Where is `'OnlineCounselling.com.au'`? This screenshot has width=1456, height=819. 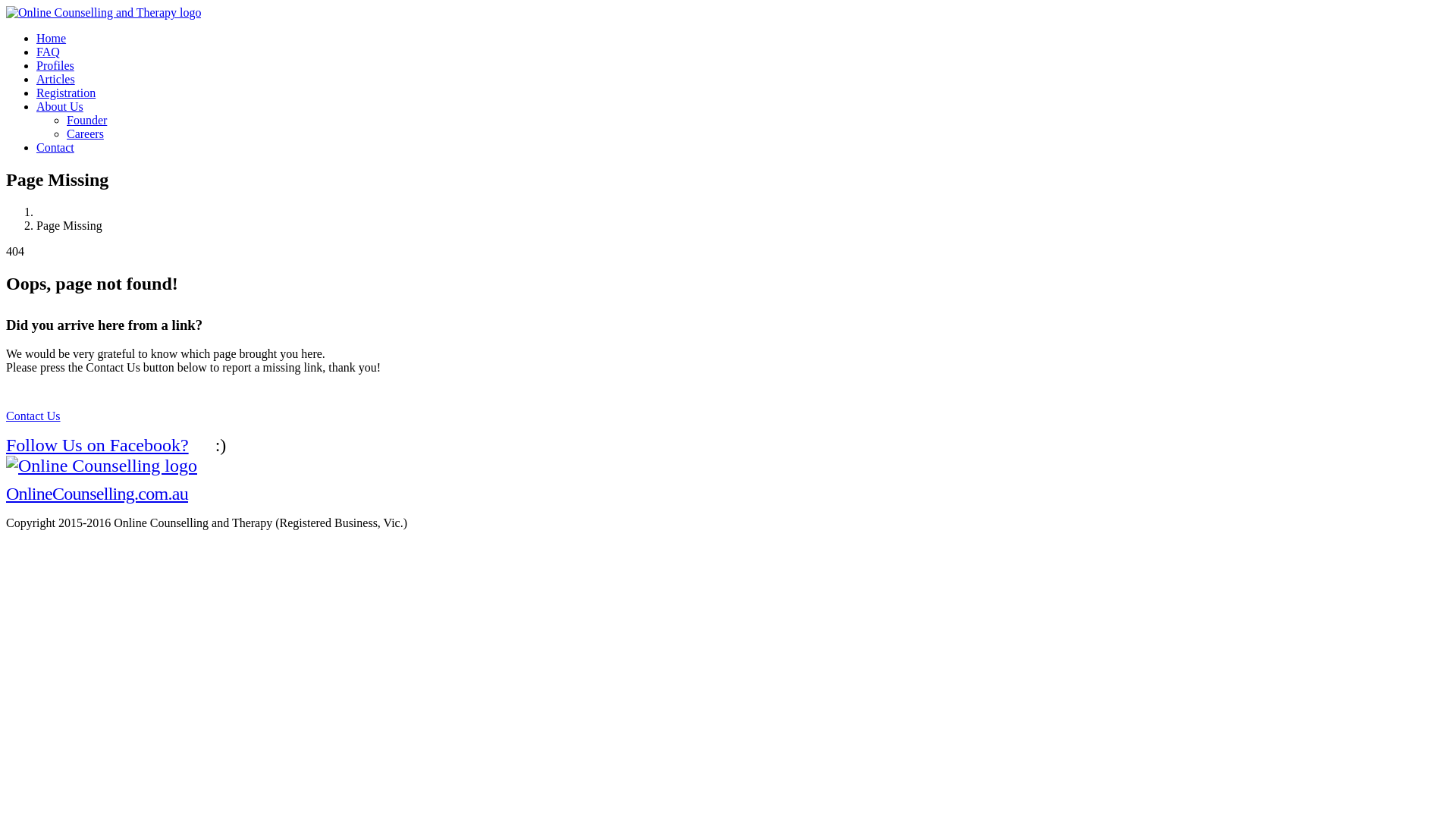 'OnlineCounselling.com.au' is located at coordinates (101, 479).